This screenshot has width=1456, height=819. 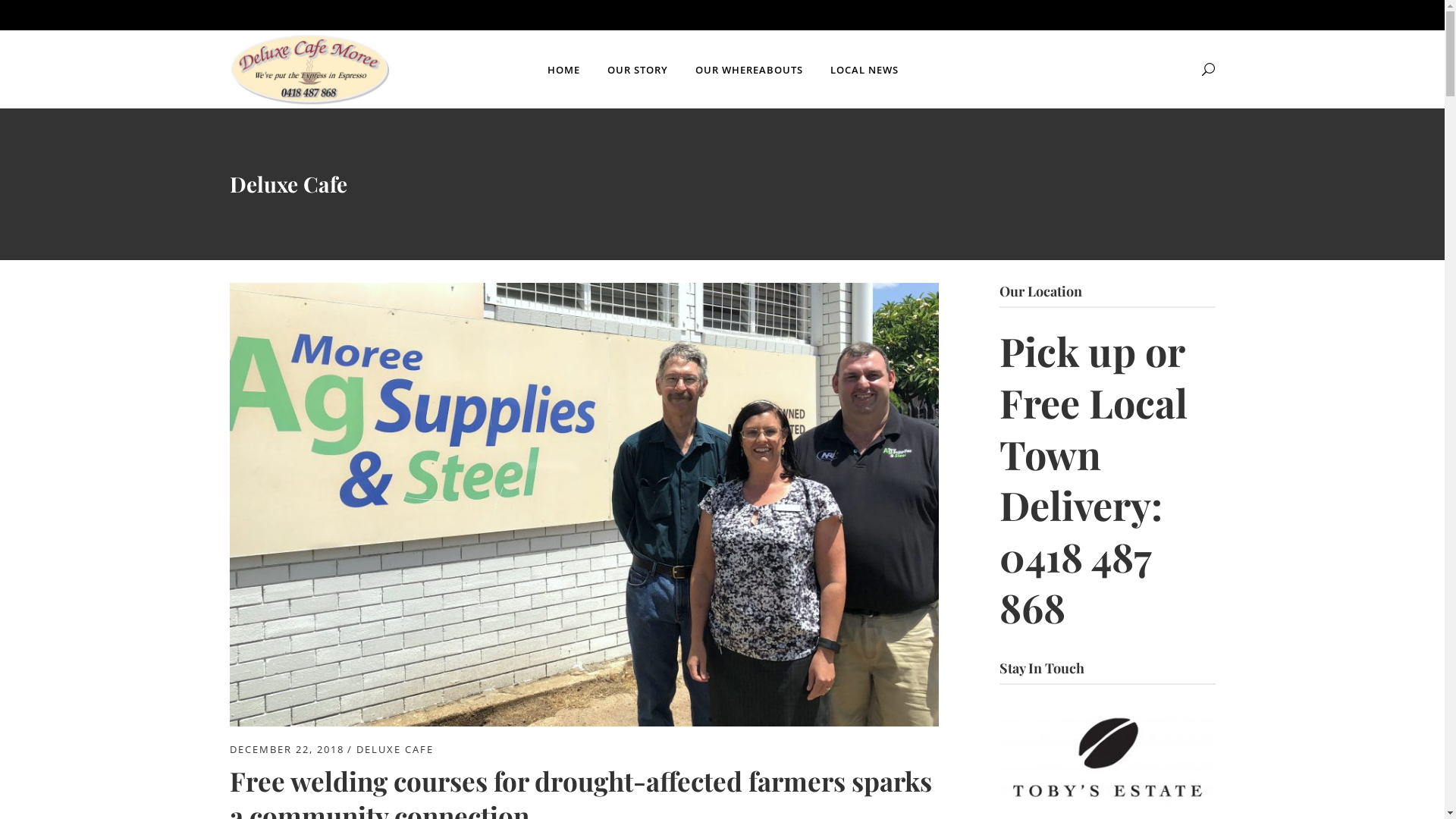 What do you see at coordinates (863, 69) in the screenshot?
I see `'LOCAL NEWS'` at bounding box center [863, 69].